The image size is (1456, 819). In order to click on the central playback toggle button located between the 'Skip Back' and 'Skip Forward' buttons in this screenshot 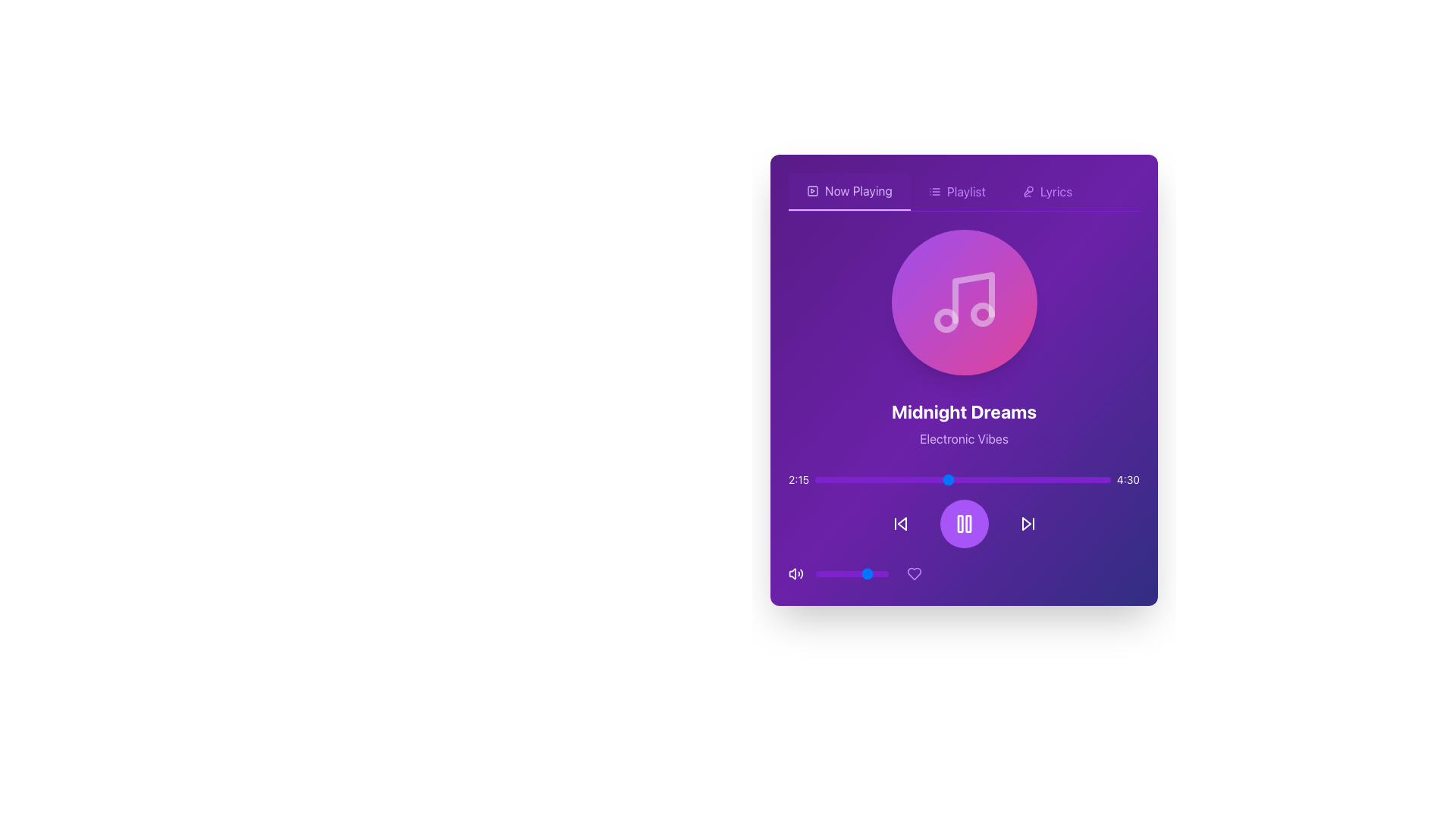, I will do `click(963, 522)`.